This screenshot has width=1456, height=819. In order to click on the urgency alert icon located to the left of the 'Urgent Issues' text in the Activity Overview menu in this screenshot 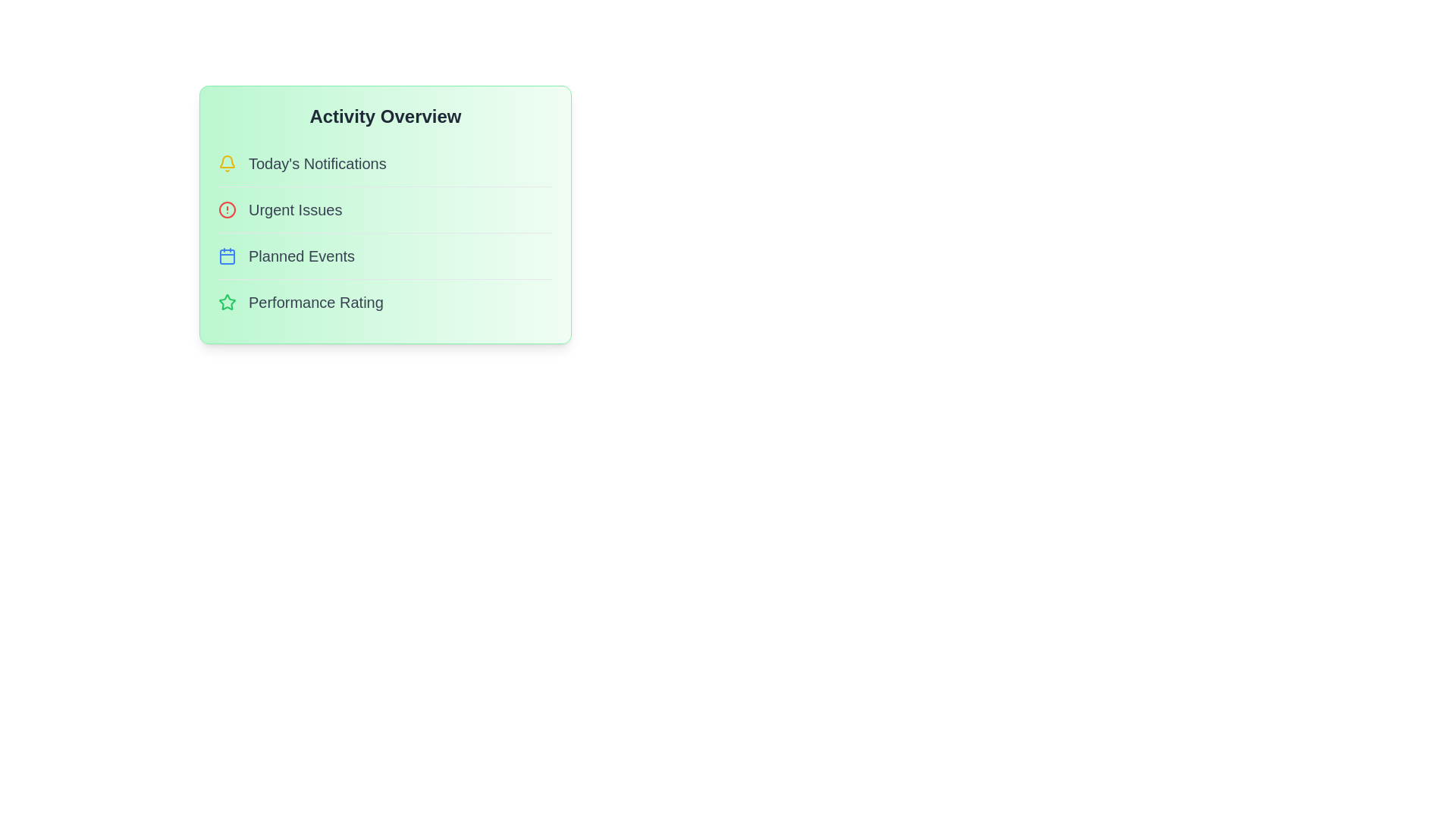, I will do `click(226, 210)`.